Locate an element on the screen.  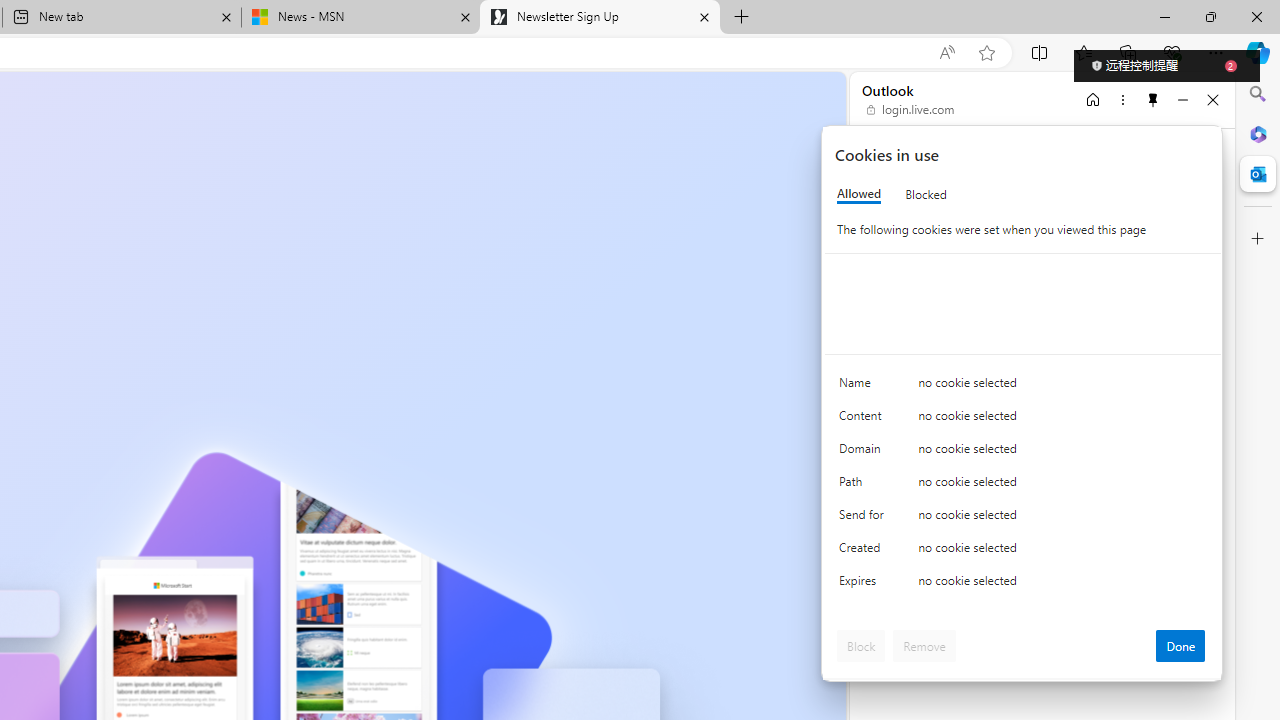
'Done' is located at coordinates (1180, 645).